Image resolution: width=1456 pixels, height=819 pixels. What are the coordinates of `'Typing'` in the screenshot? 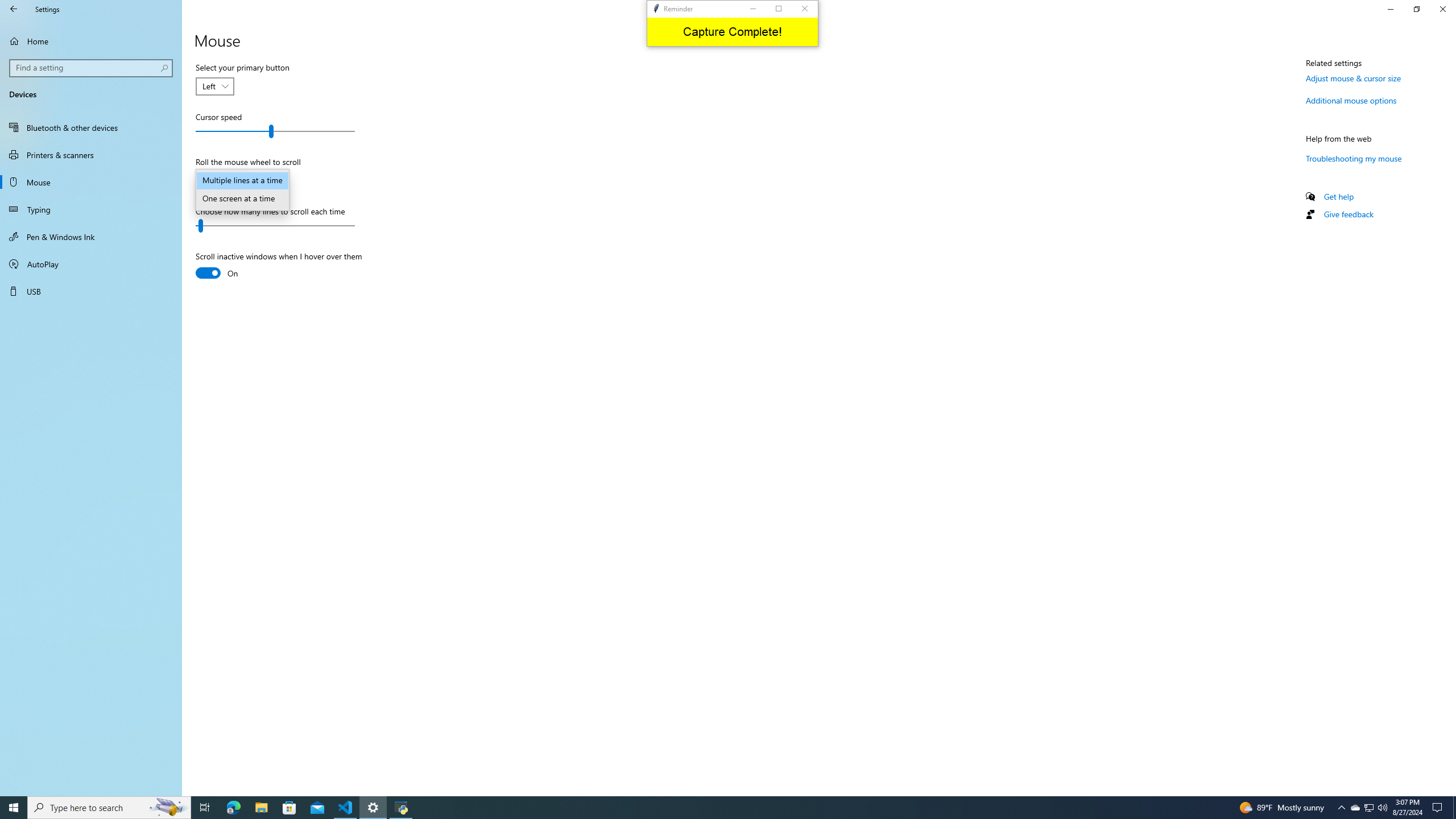 It's located at (90, 209).